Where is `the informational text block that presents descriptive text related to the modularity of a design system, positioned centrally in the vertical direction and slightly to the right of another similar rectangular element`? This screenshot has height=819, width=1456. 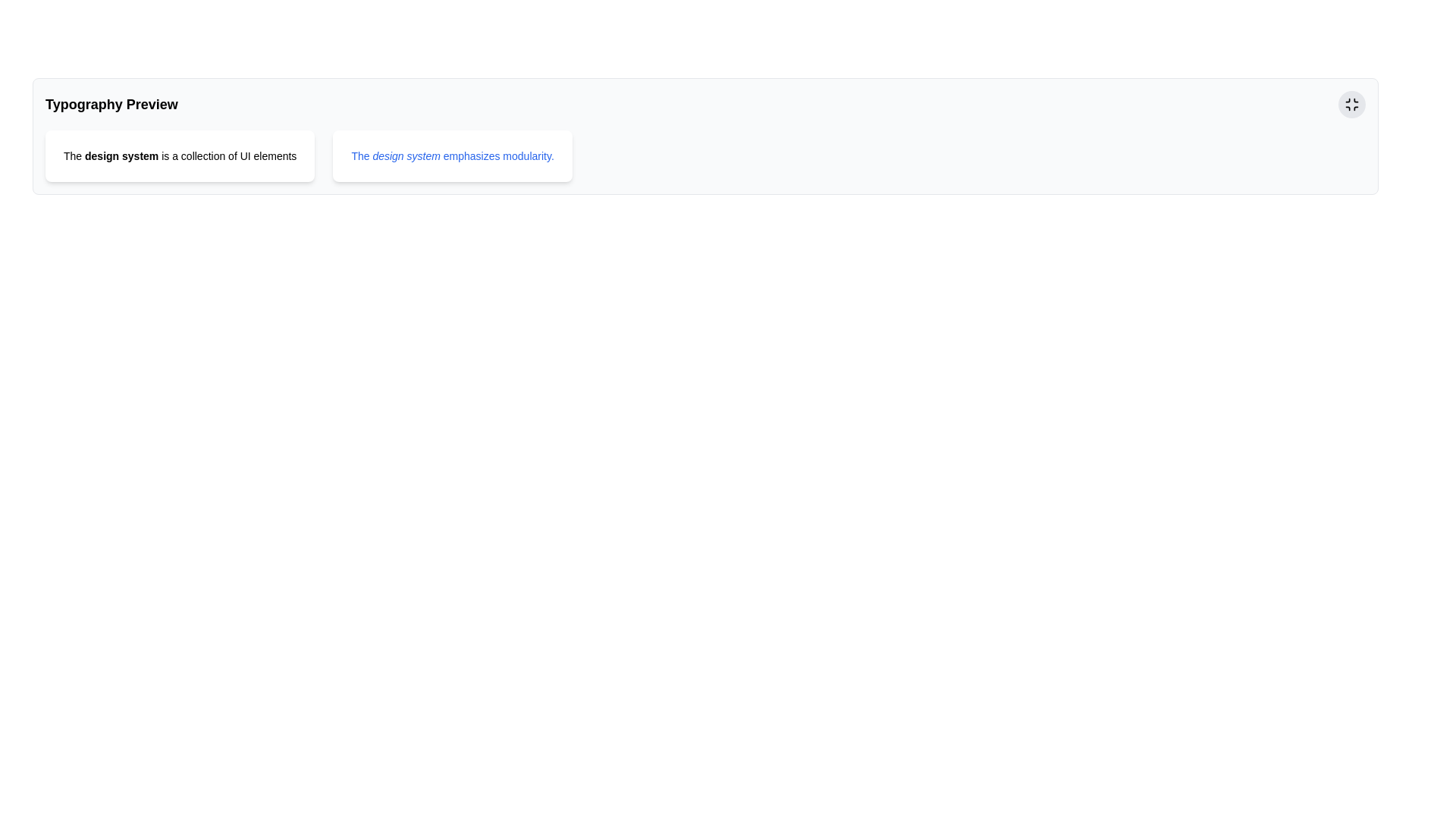 the informational text block that presents descriptive text related to the modularity of a design system, positioned centrally in the vertical direction and slightly to the right of another similar rectangular element is located at coordinates (452, 155).